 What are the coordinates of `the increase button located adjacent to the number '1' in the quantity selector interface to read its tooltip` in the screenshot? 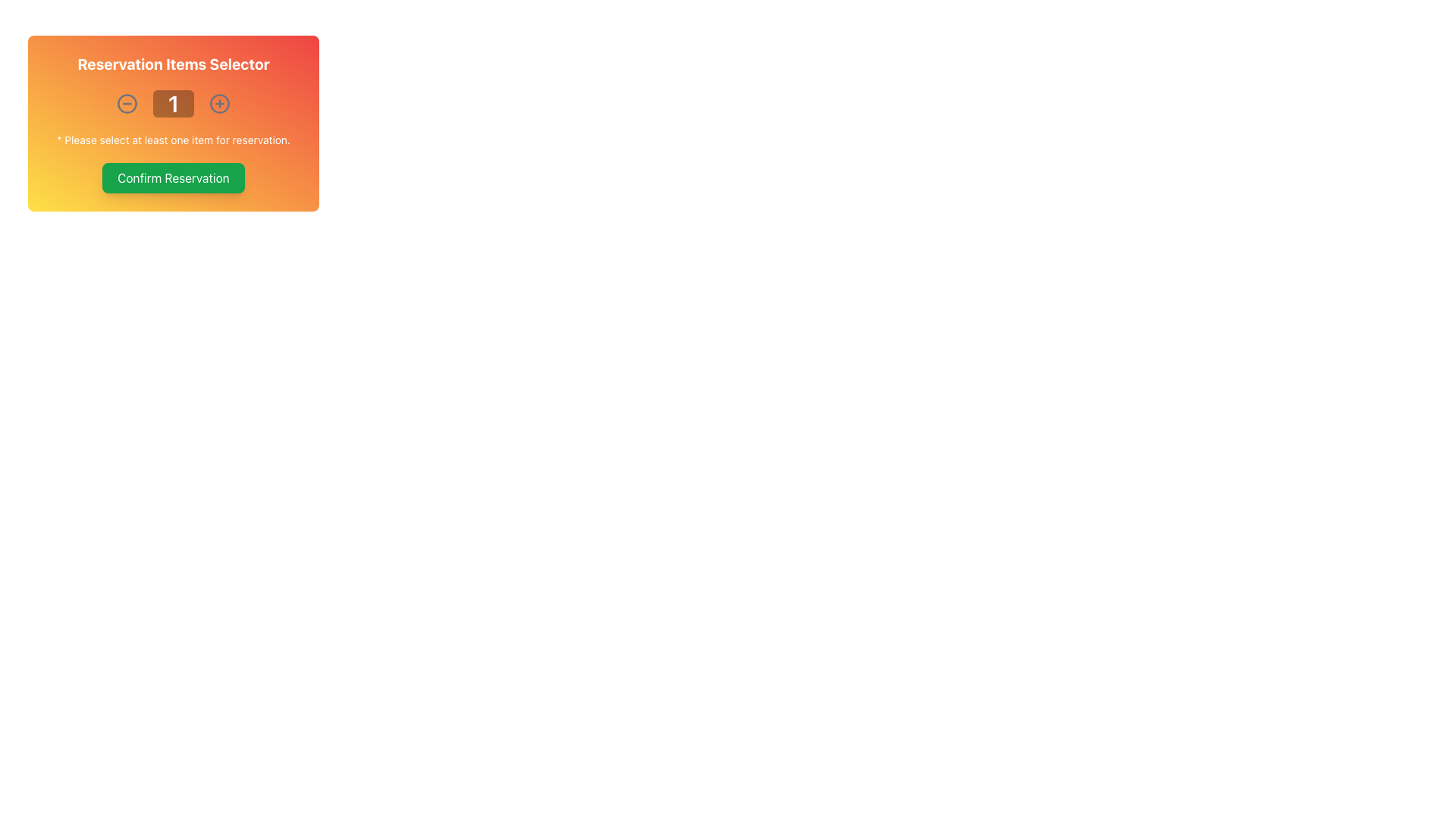 It's located at (219, 103).